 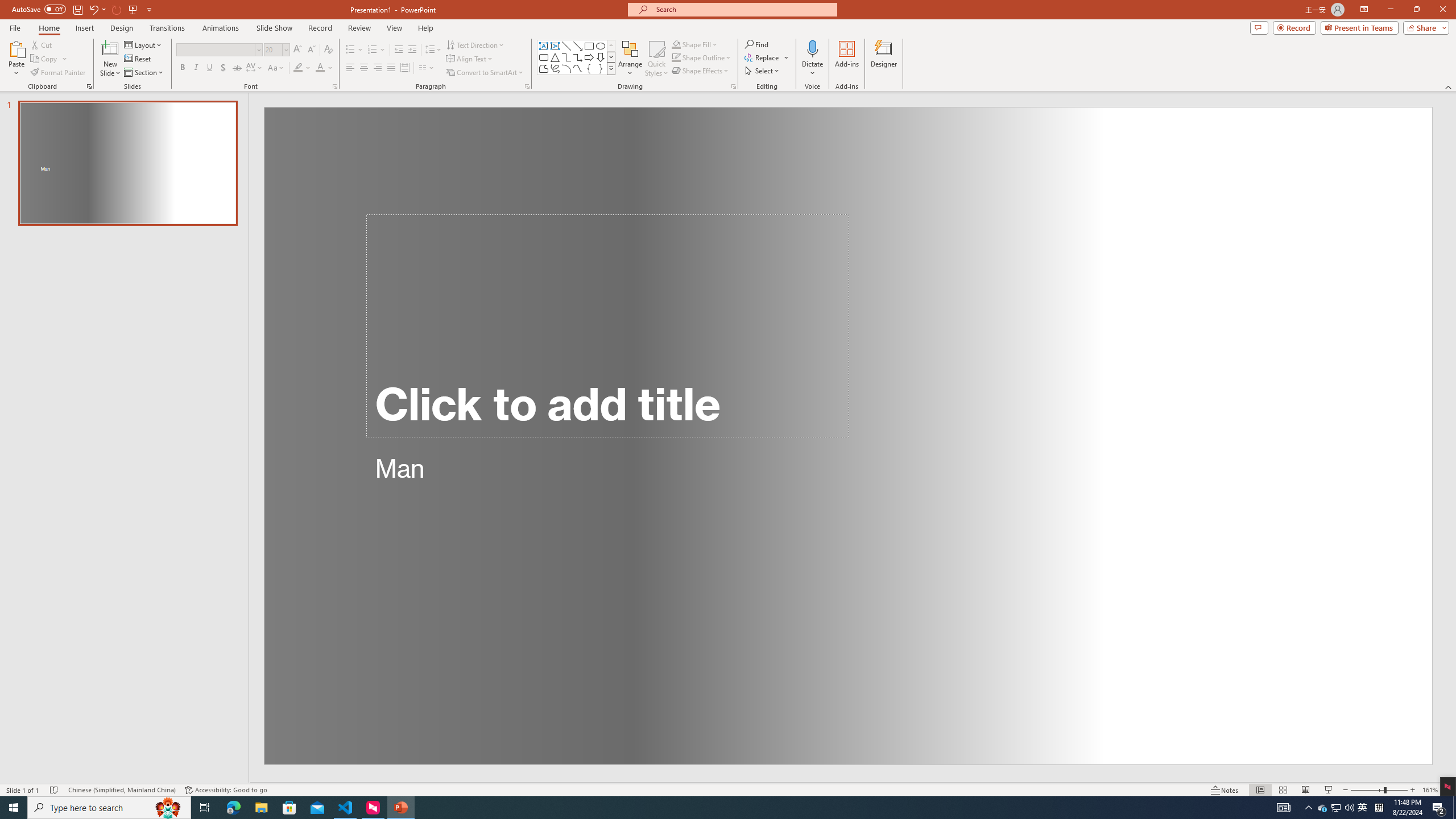 What do you see at coordinates (695, 44) in the screenshot?
I see `'Shape Fill'` at bounding box center [695, 44].